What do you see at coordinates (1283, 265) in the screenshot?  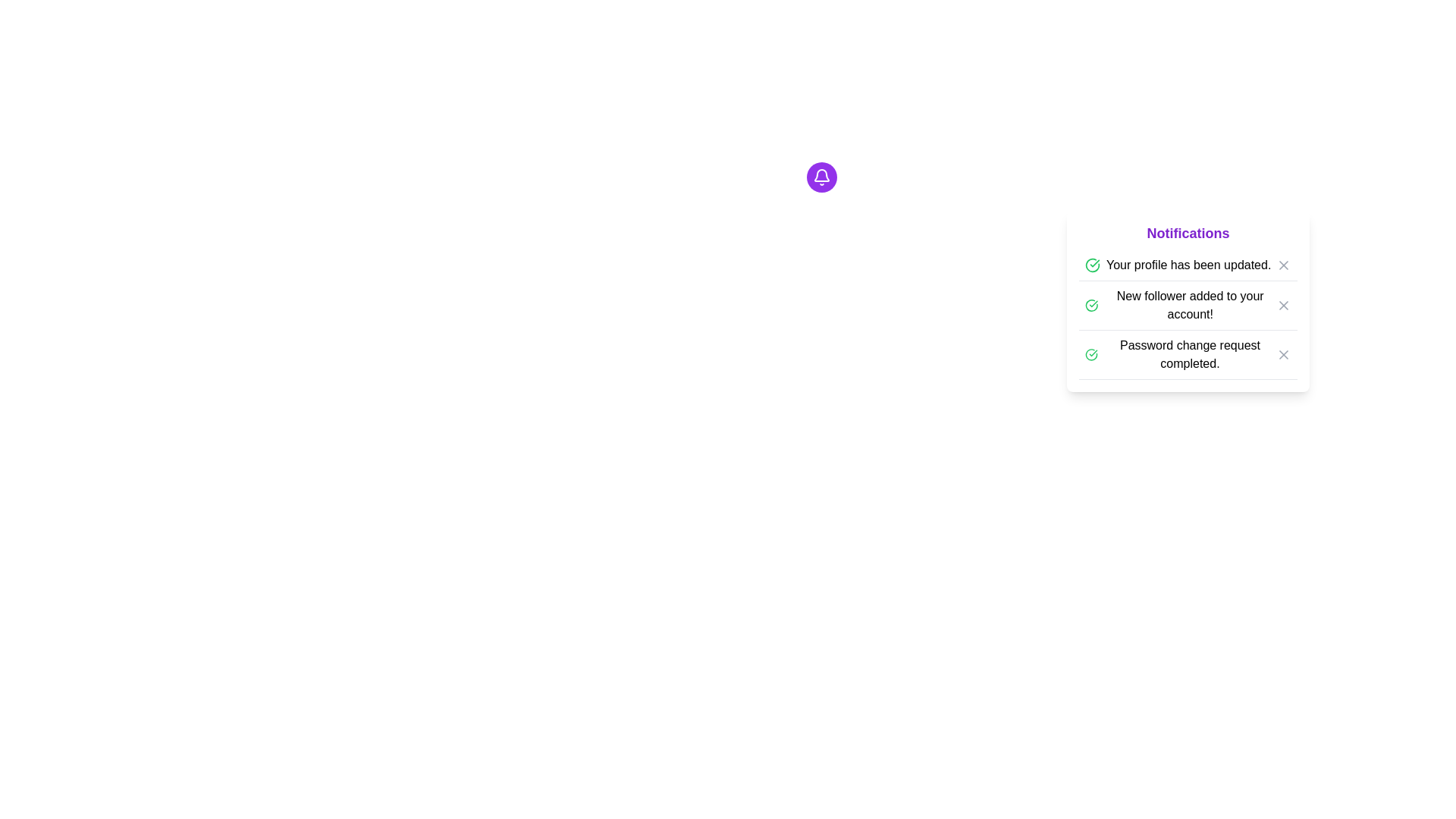 I see `the close button icon` at bounding box center [1283, 265].